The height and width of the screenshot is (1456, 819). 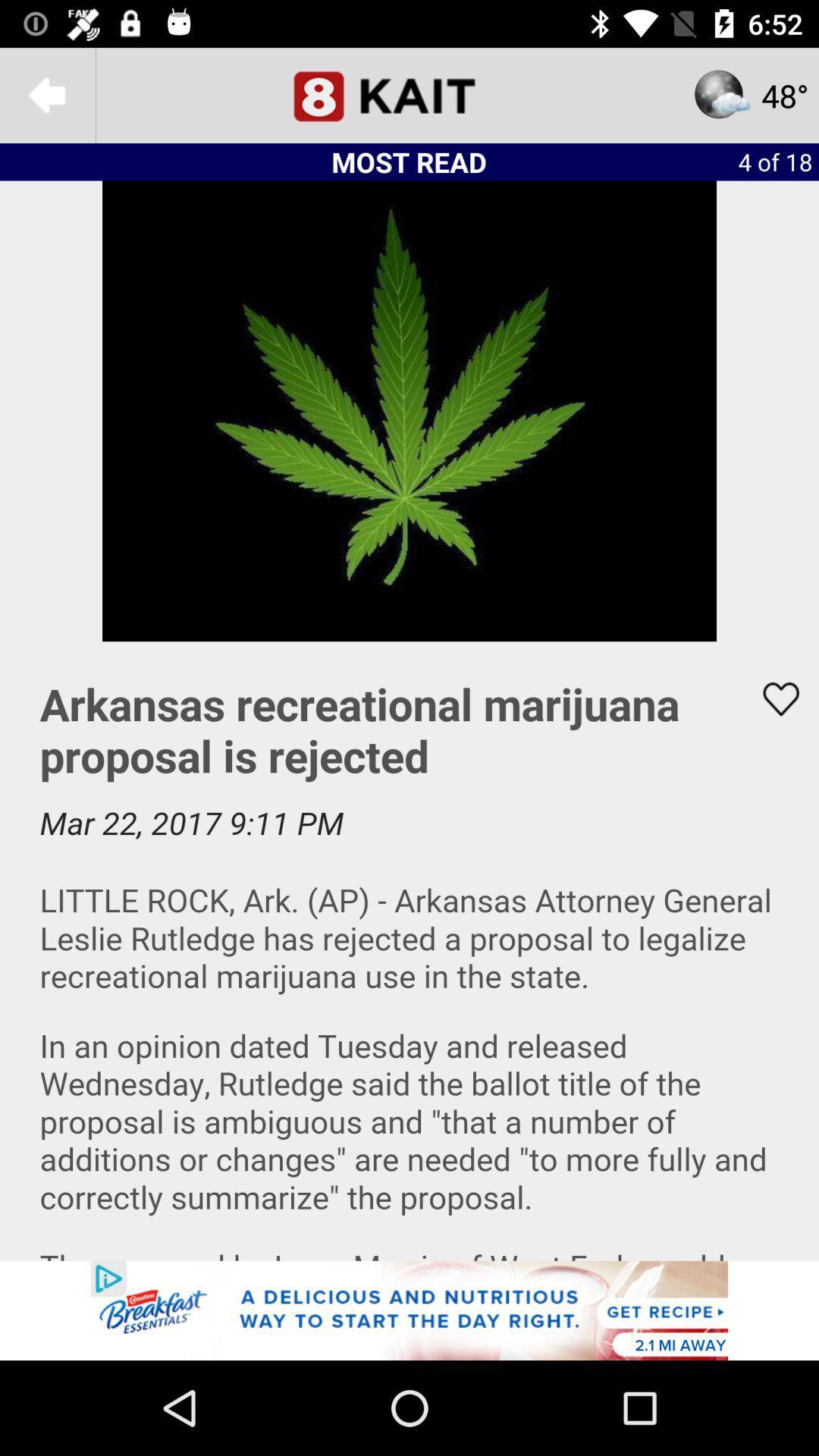 I want to click on favorite, so click(x=771, y=698).